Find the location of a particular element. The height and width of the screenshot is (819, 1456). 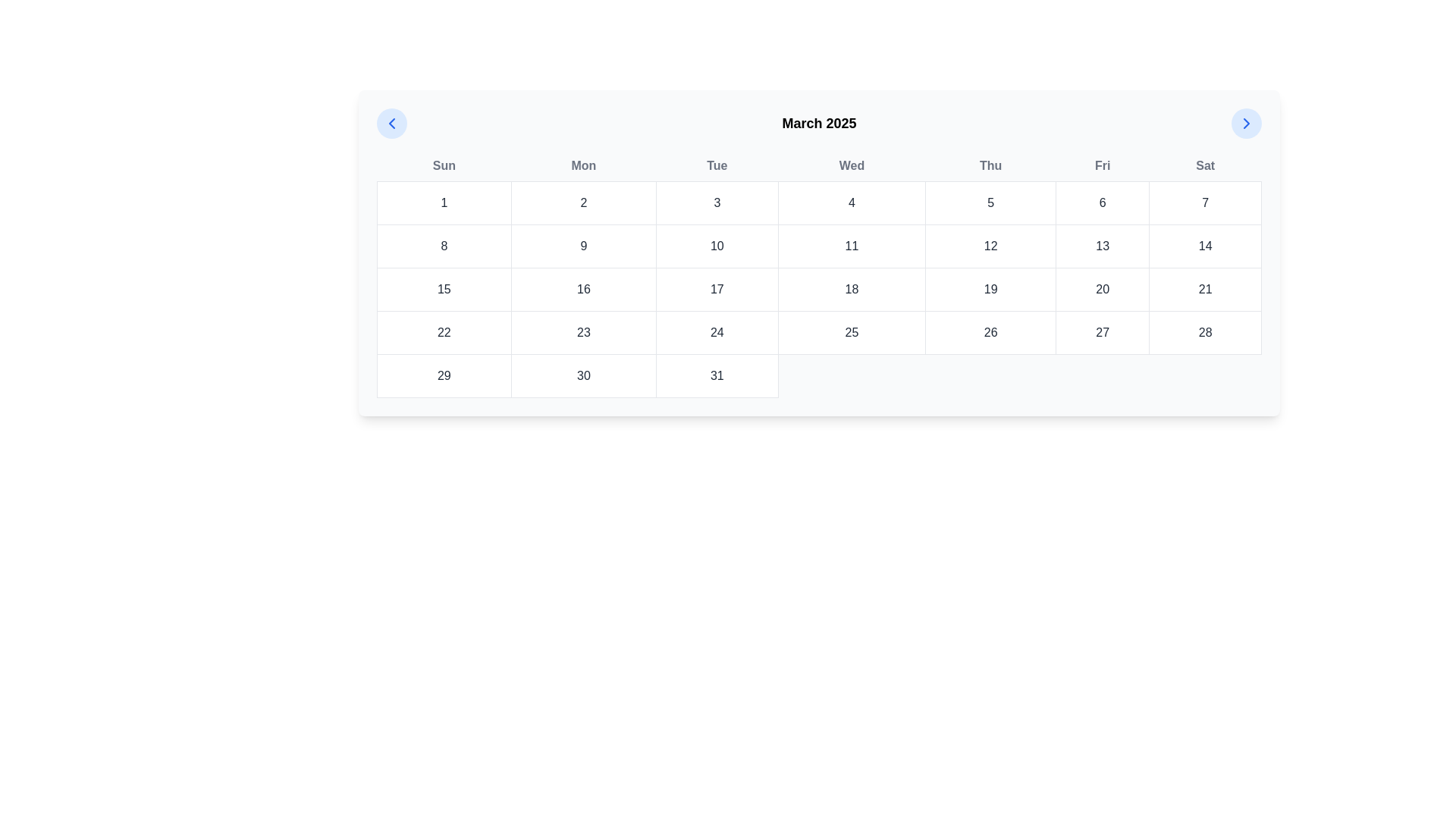

the selectable calendar cell containing the text '8' in dark gray, located under the 'Sun' header in the first column is located at coordinates (443, 245).